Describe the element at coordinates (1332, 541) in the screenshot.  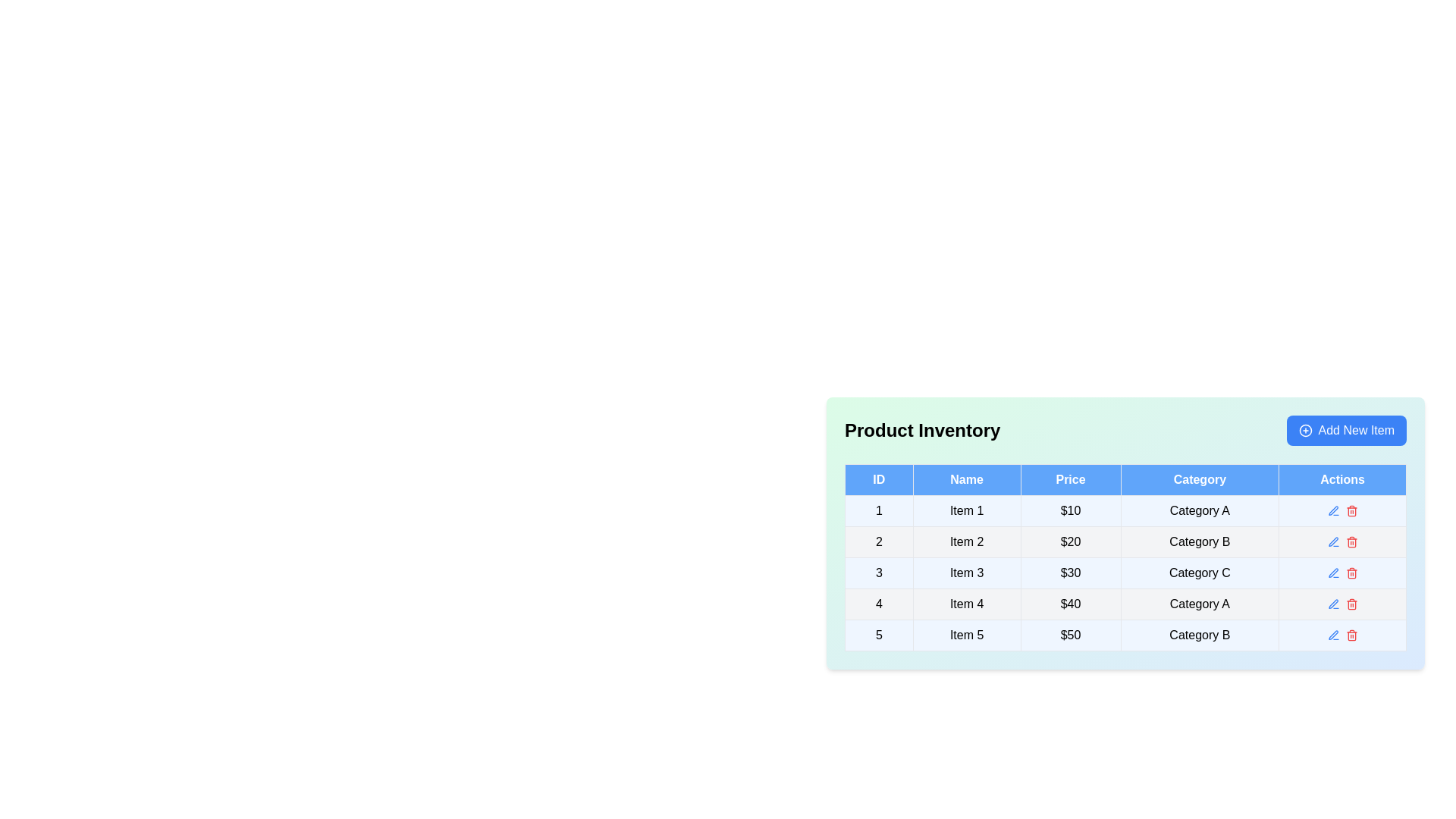
I see `the pen icon button in the 'Actions' column` at that location.